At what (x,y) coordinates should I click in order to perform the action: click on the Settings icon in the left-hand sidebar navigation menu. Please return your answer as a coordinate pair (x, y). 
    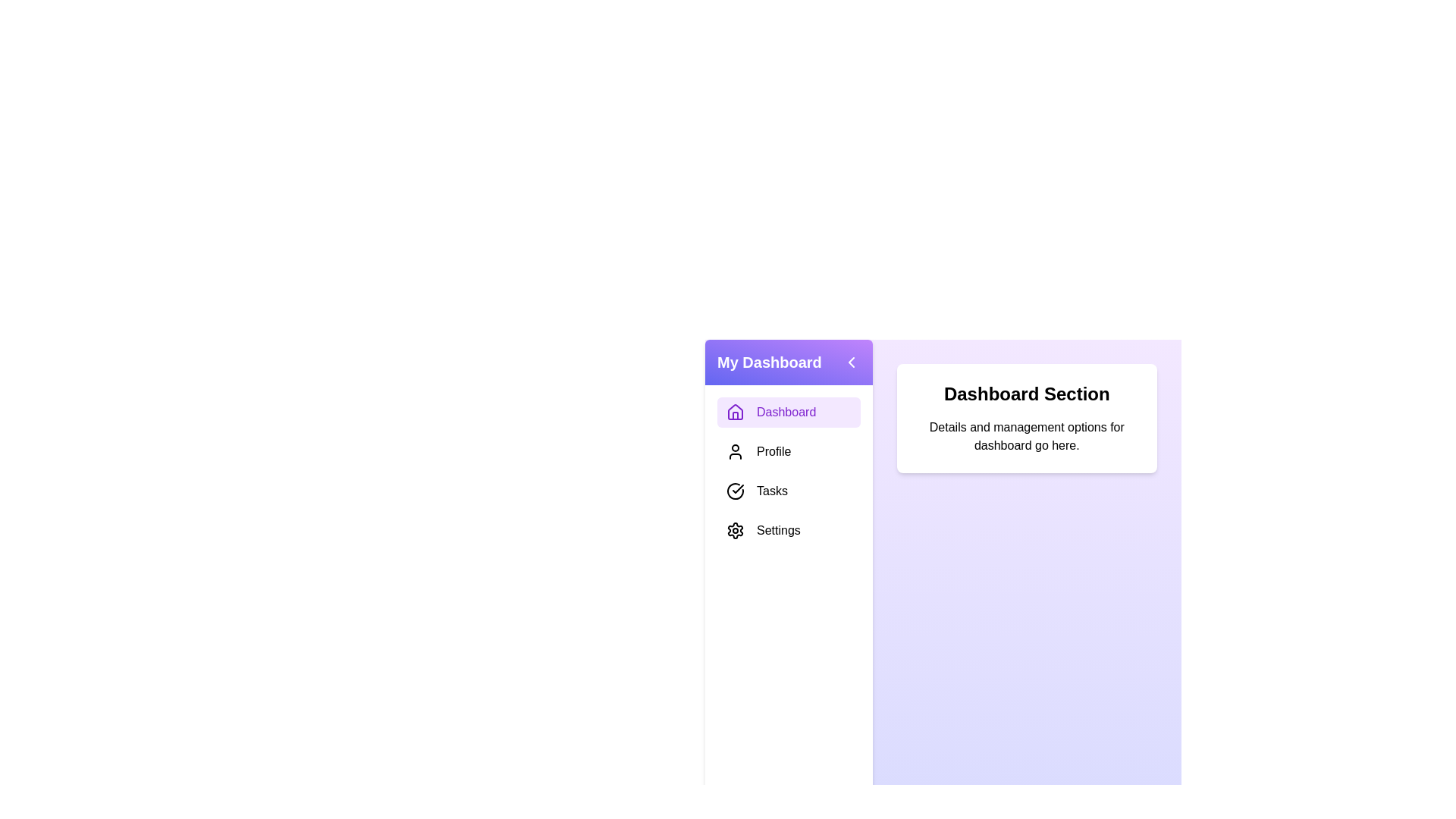
    Looking at the image, I should click on (735, 529).